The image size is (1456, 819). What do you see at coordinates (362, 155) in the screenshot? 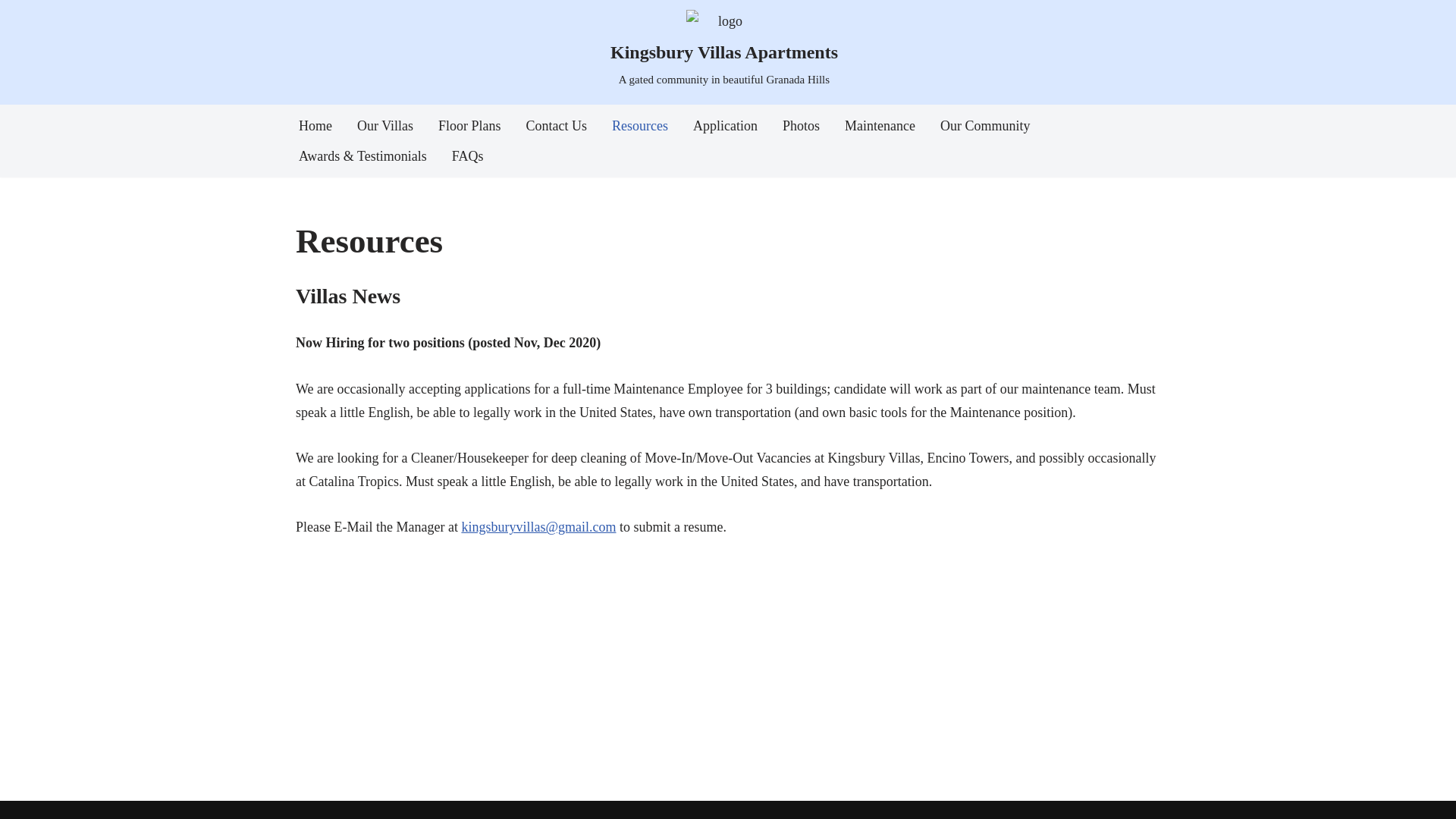
I see `'Awards & Testimonials'` at bounding box center [362, 155].